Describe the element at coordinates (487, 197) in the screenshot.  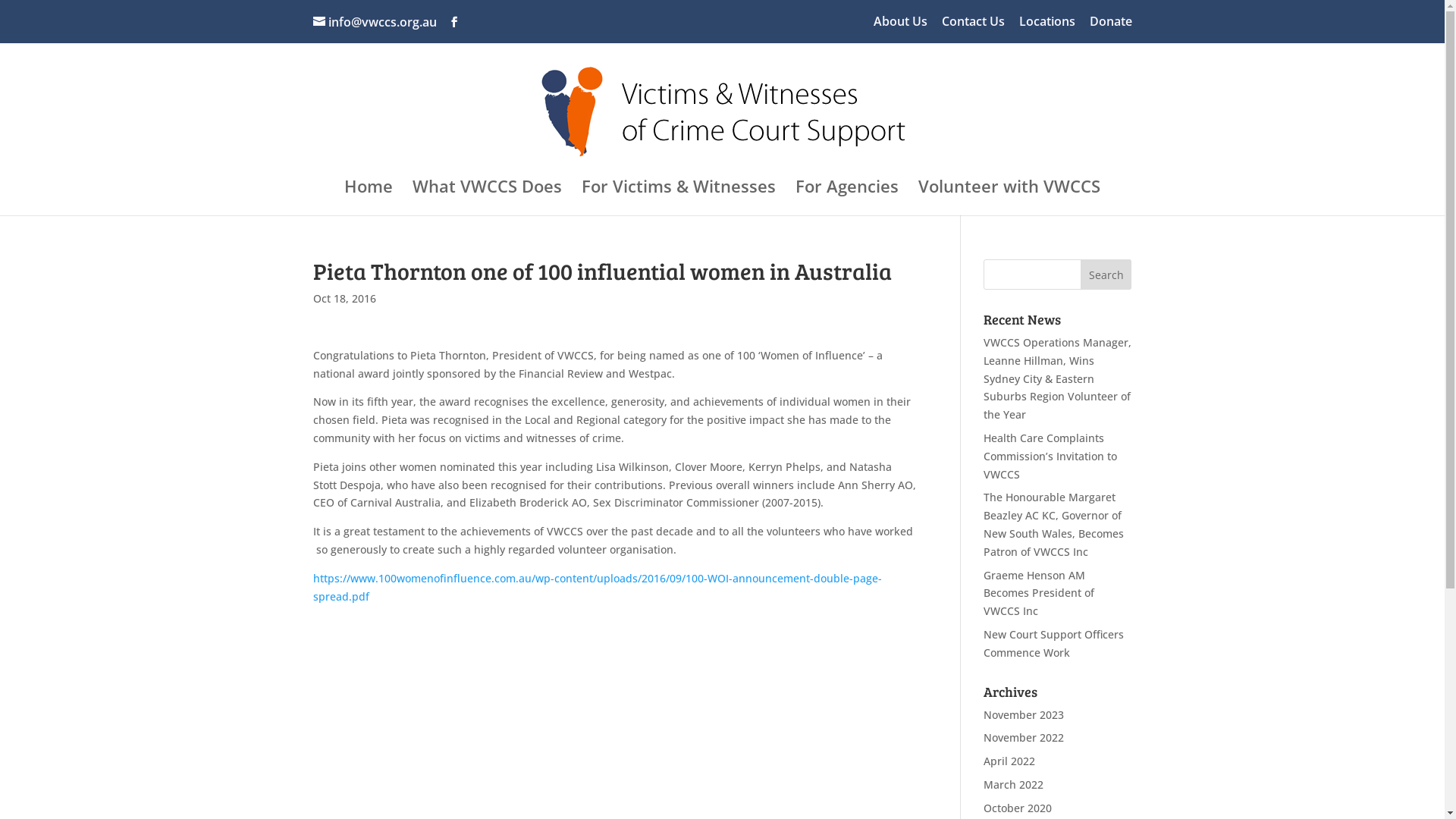
I see `'What VWCCS Does'` at that location.